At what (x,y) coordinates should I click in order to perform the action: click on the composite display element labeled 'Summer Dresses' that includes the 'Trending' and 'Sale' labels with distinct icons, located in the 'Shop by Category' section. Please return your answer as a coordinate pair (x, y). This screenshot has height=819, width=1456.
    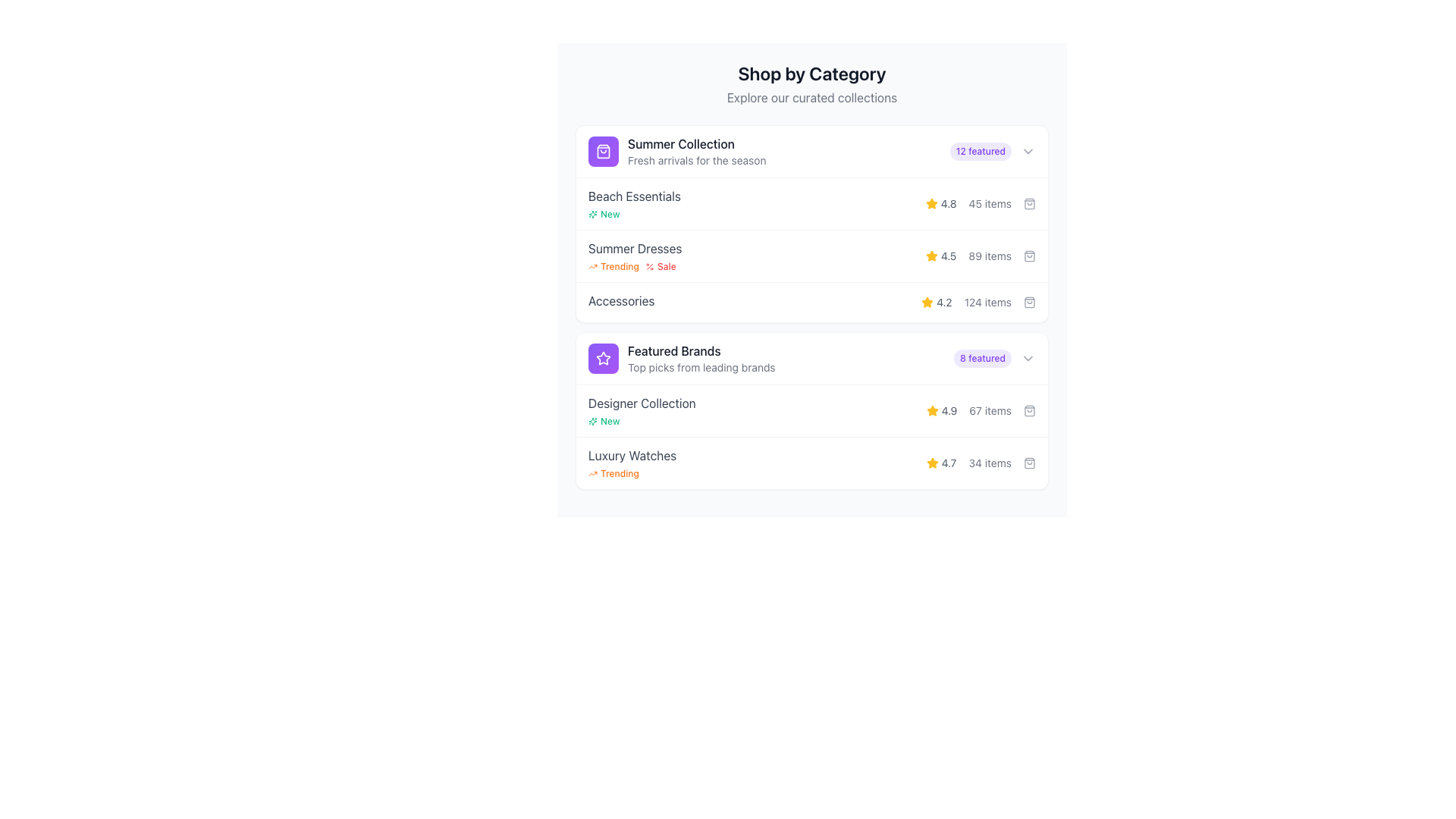
    Looking at the image, I should click on (635, 256).